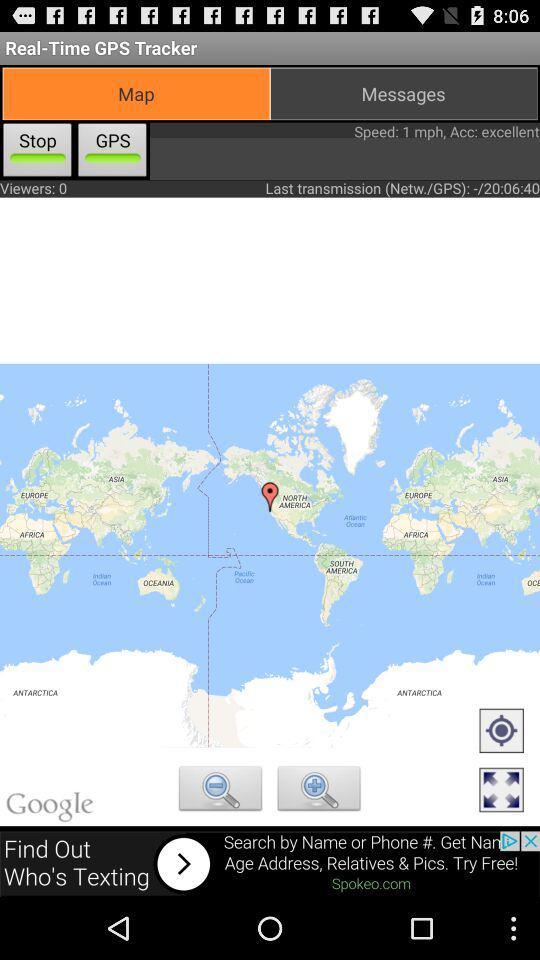 The image size is (540, 960). I want to click on set marker, so click(500, 731).